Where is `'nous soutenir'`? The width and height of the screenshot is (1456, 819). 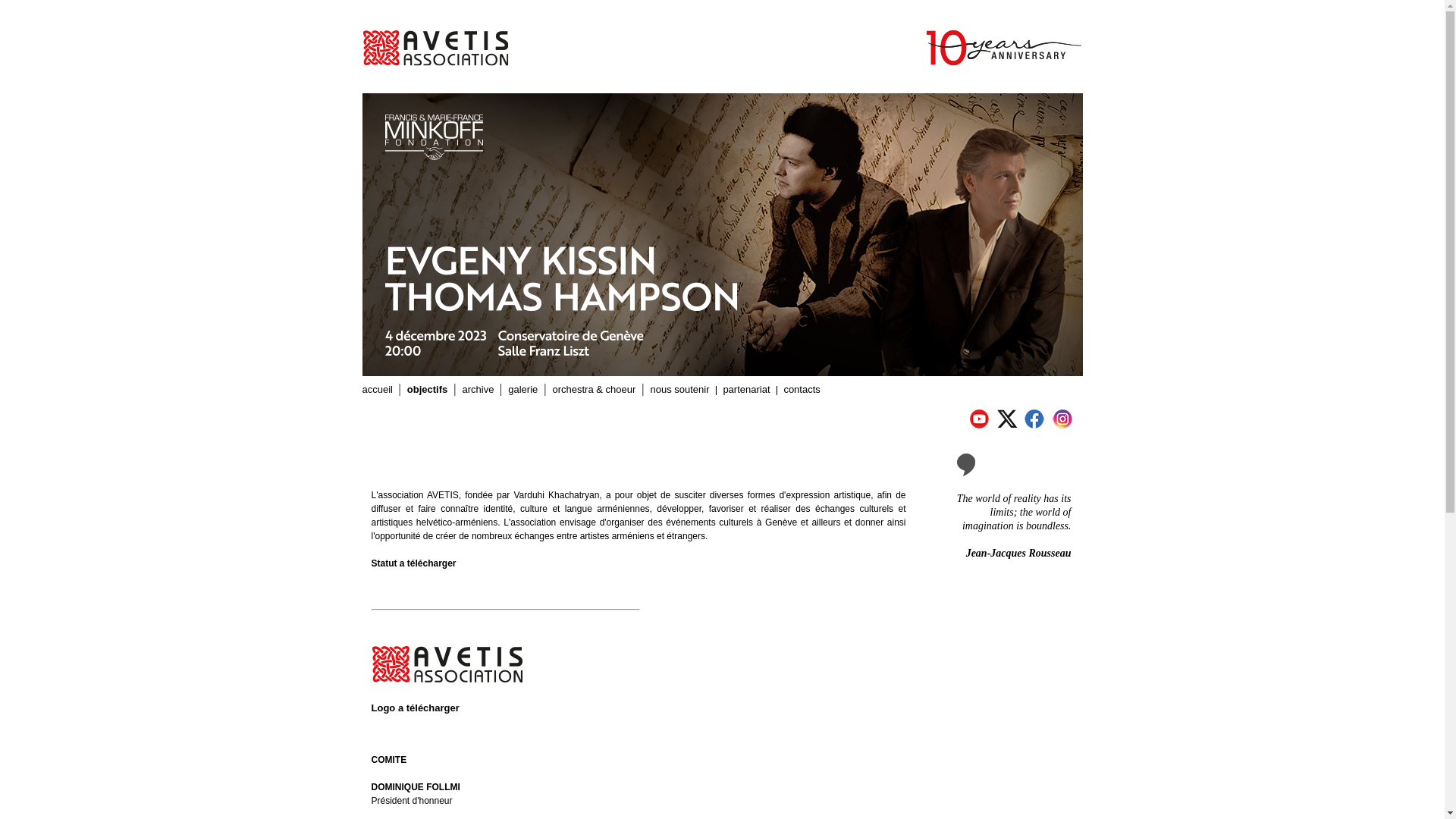 'nous soutenir' is located at coordinates (679, 388).